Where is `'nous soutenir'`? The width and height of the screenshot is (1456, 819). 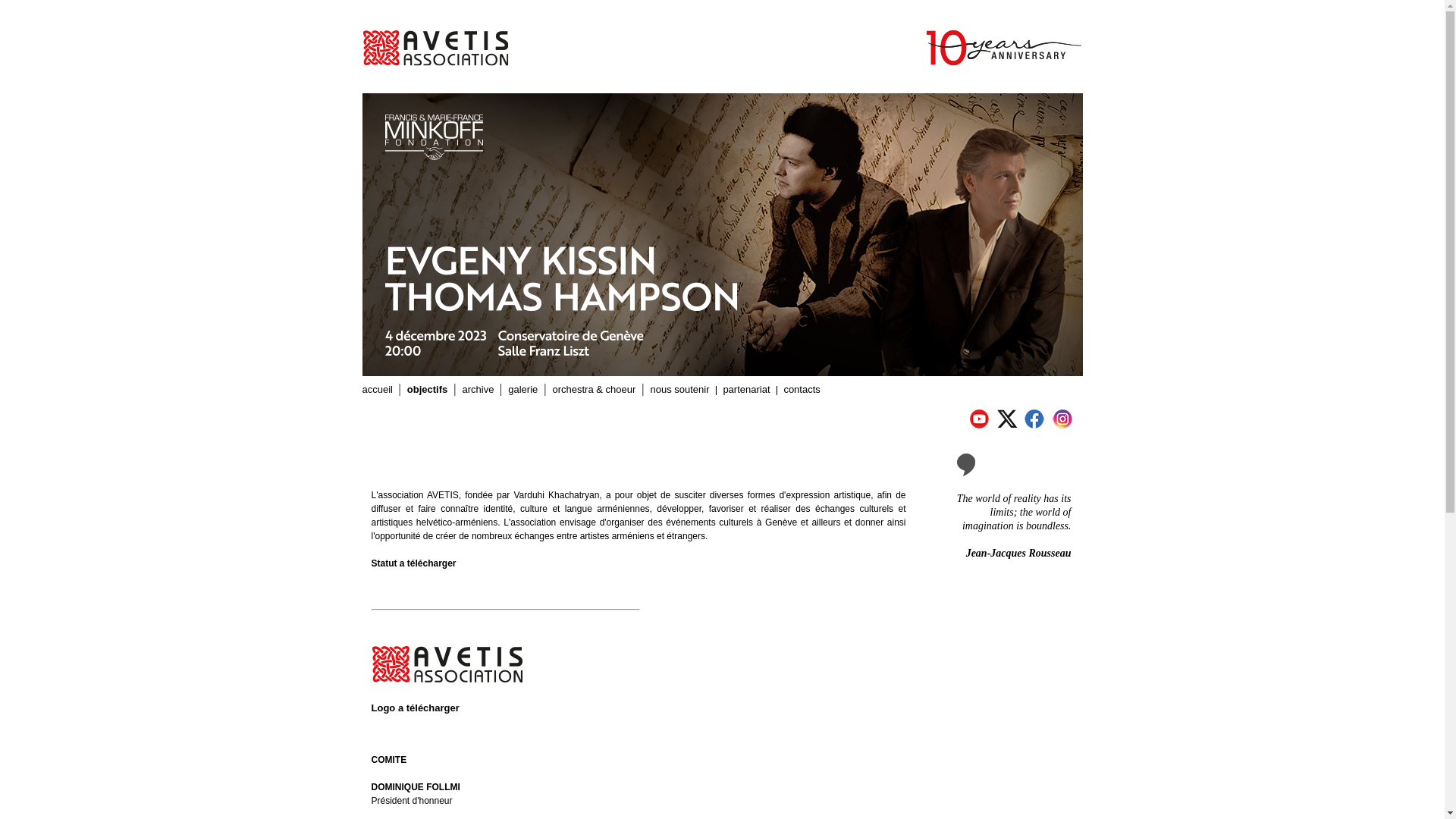 'nous soutenir' is located at coordinates (679, 388).